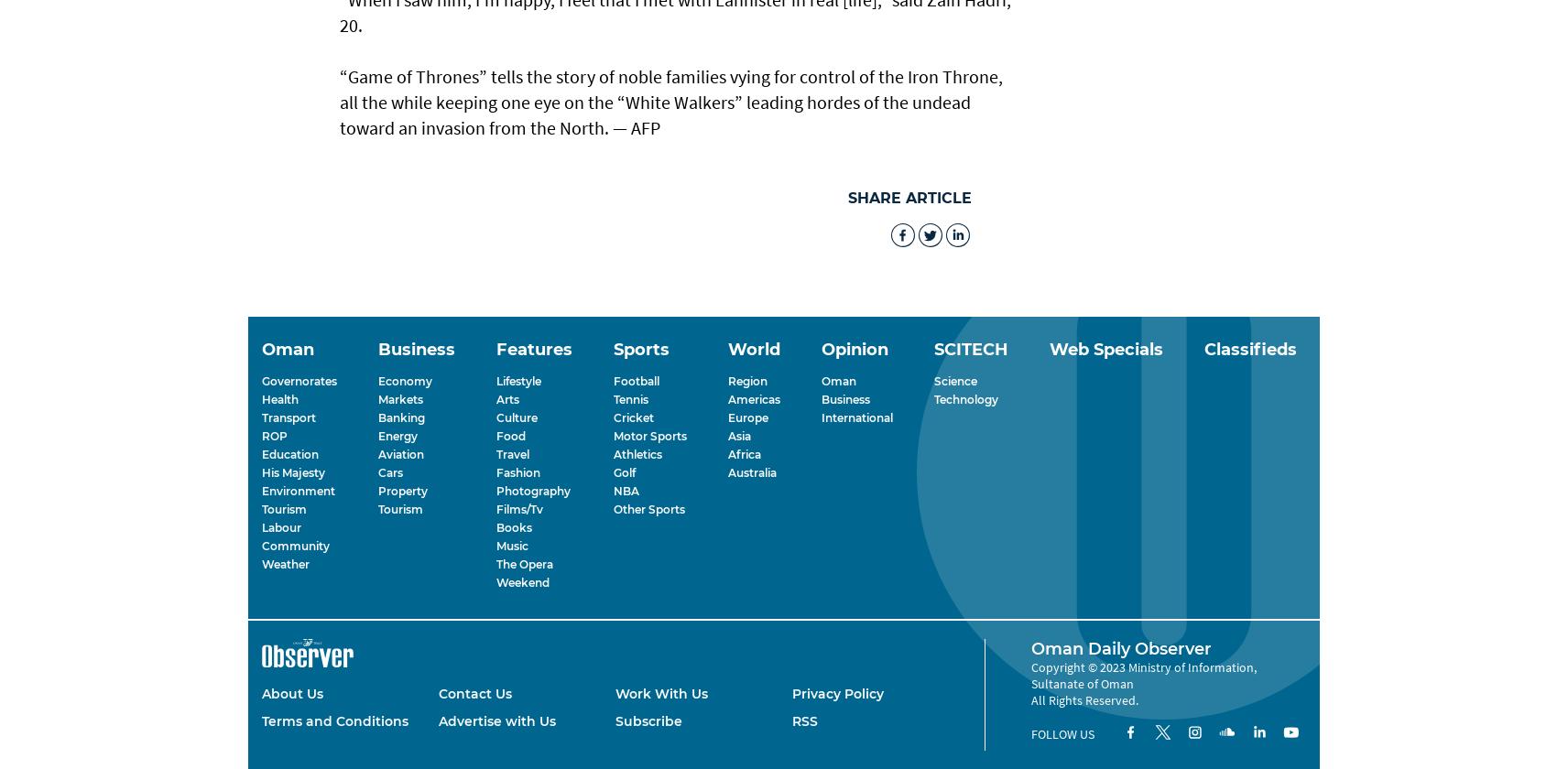 The width and height of the screenshot is (1568, 769). What do you see at coordinates (855, 416) in the screenshot?
I see `'International'` at bounding box center [855, 416].